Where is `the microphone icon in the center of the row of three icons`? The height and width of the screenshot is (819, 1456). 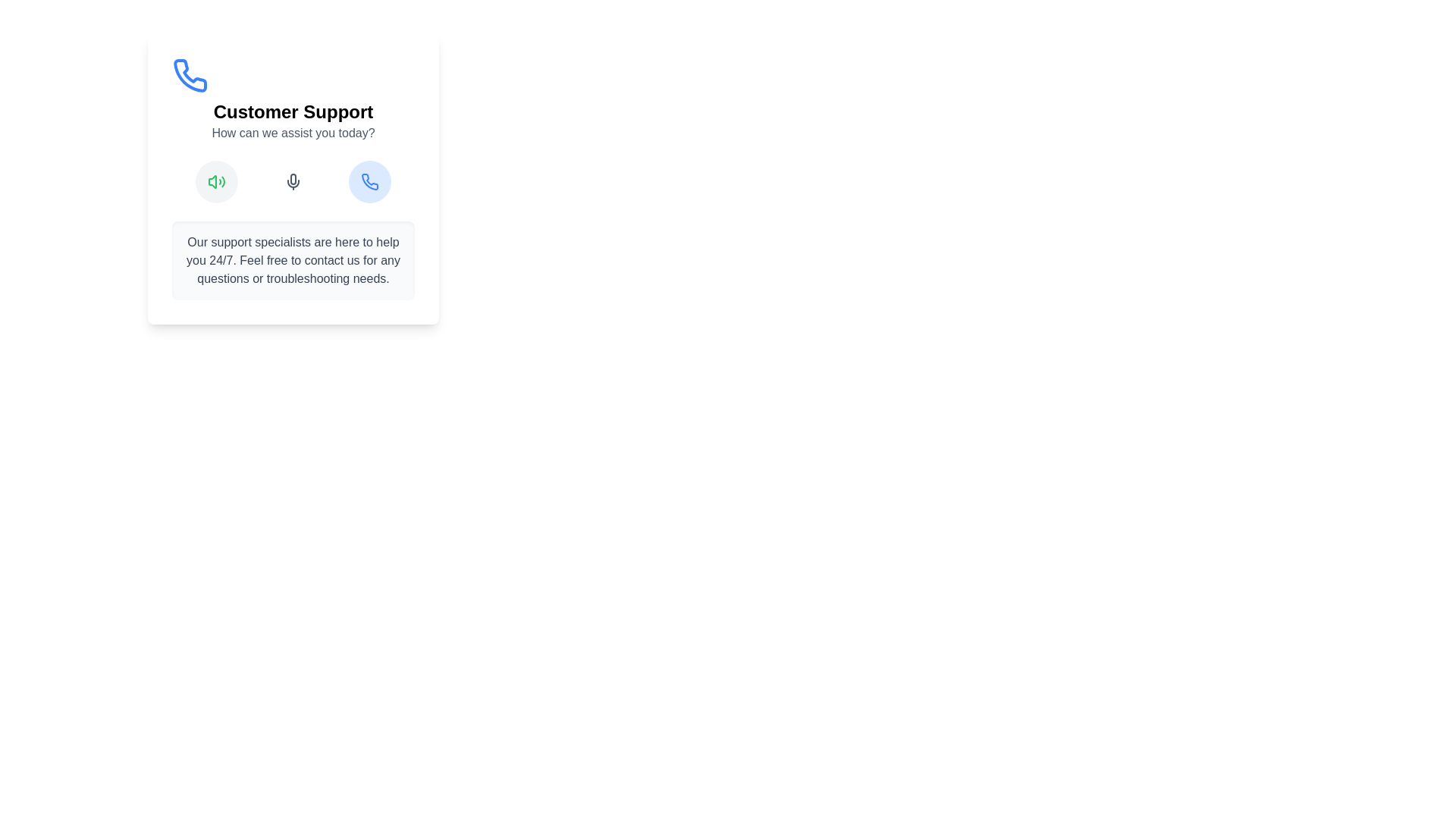 the microphone icon in the center of the row of three icons is located at coordinates (293, 180).